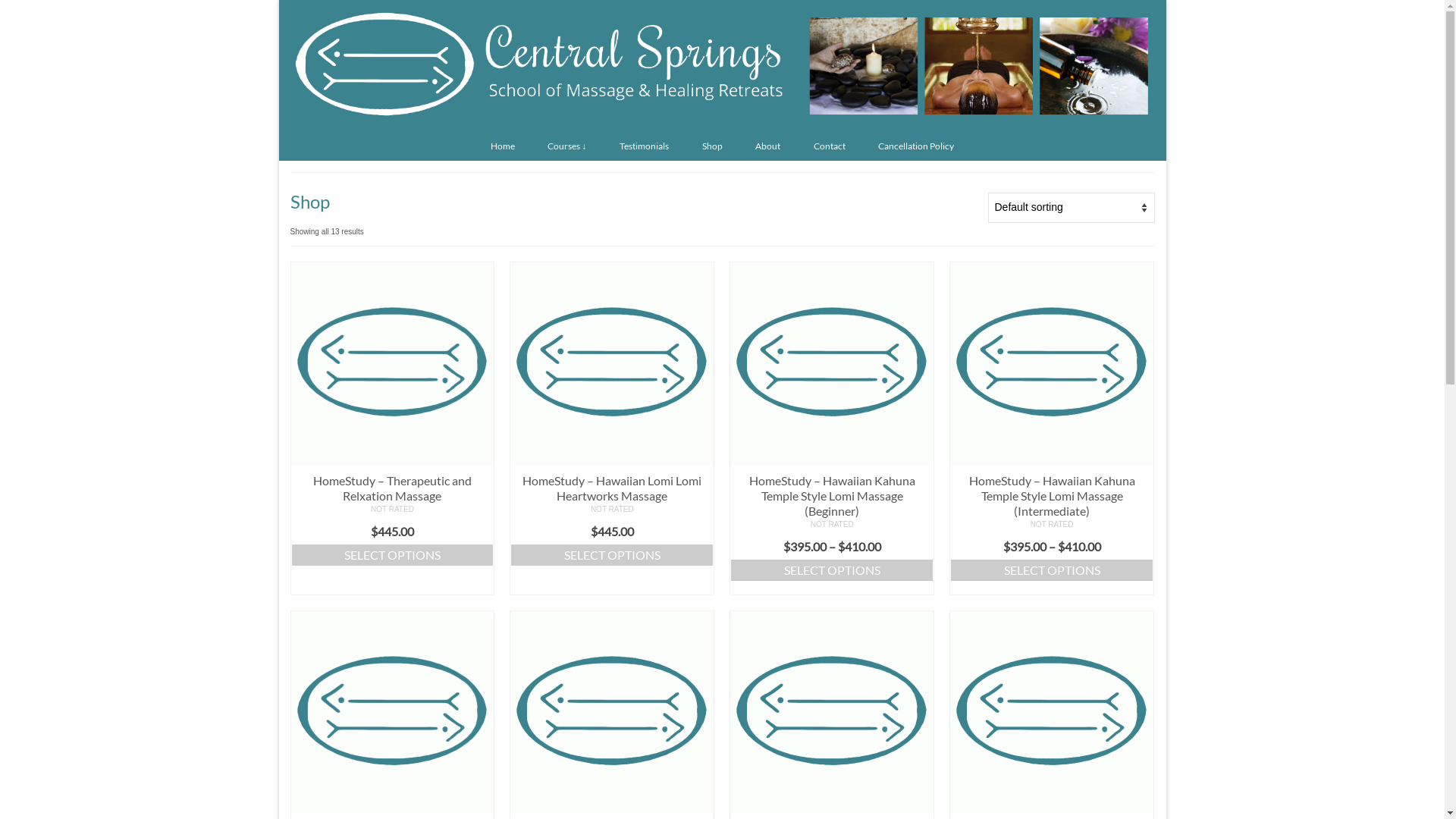 The height and width of the screenshot is (819, 1456). What do you see at coordinates (767, 146) in the screenshot?
I see `'About'` at bounding box center [767, 146].